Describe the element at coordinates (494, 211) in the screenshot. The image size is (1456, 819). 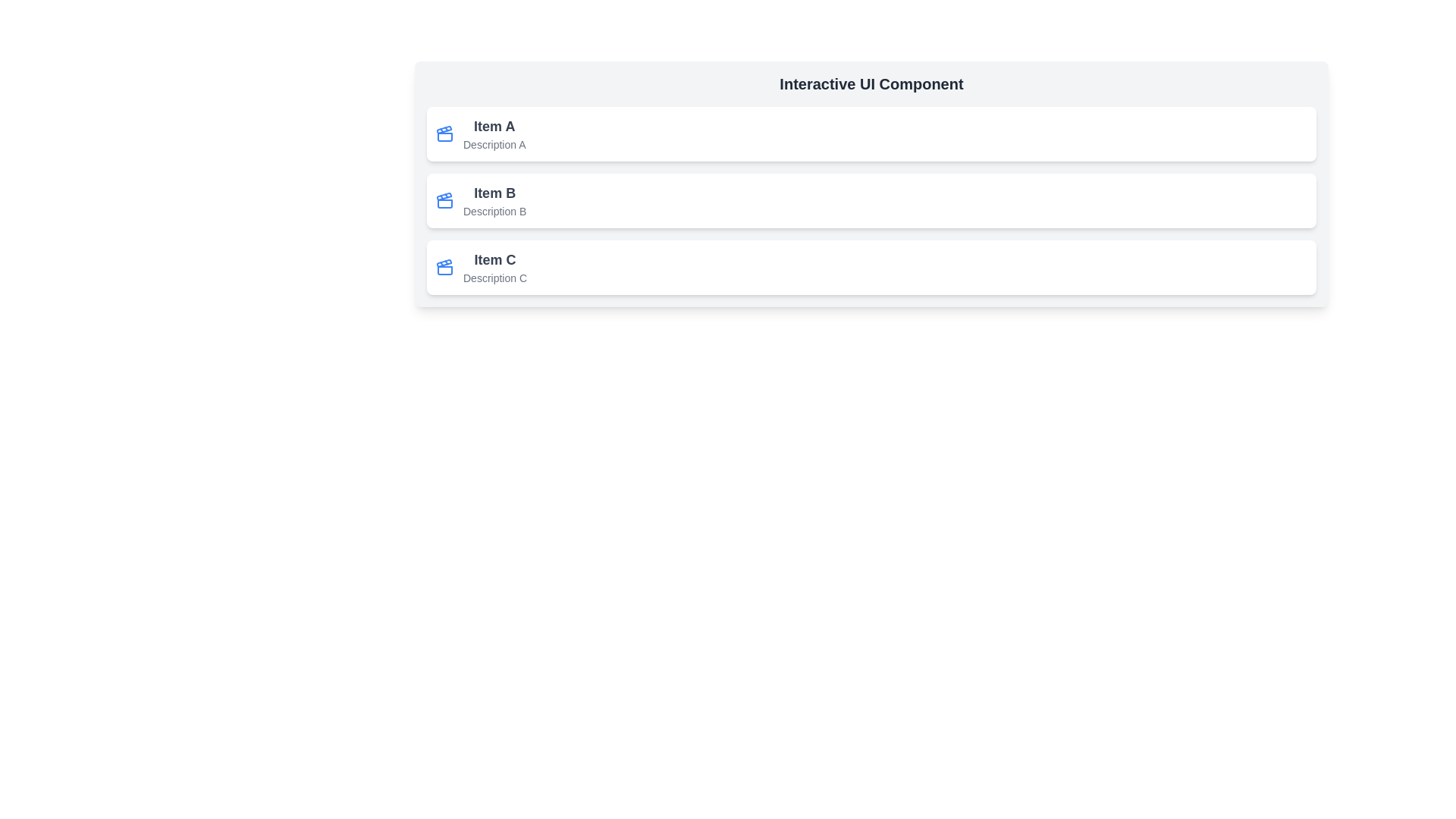
I see `the text label displaying 'Description B' in a smaller gray font, which is located below the 'Item B' text in the second list item` at that location.